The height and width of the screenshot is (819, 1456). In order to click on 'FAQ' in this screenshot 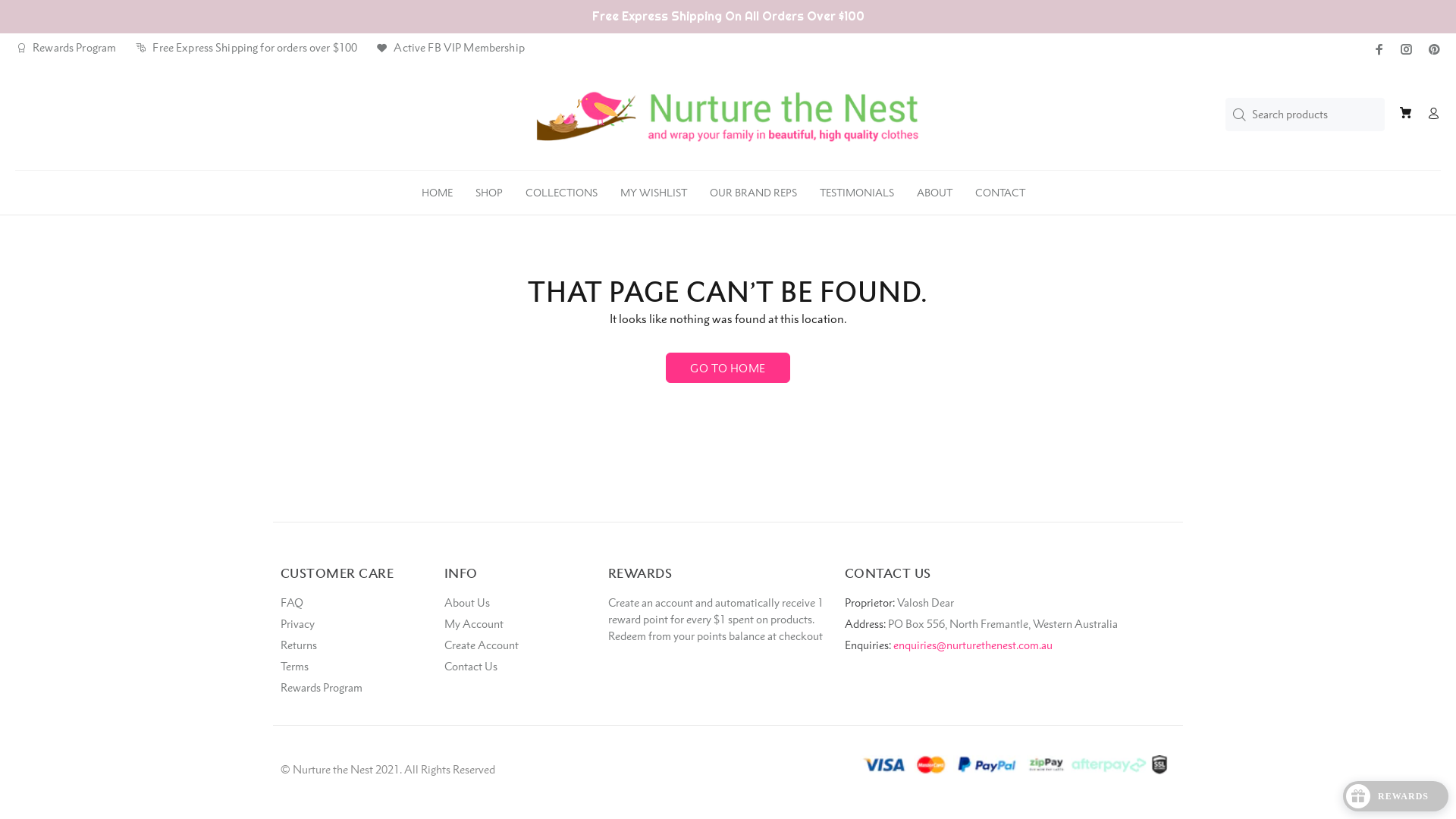, I will do `click(291, 601)`.